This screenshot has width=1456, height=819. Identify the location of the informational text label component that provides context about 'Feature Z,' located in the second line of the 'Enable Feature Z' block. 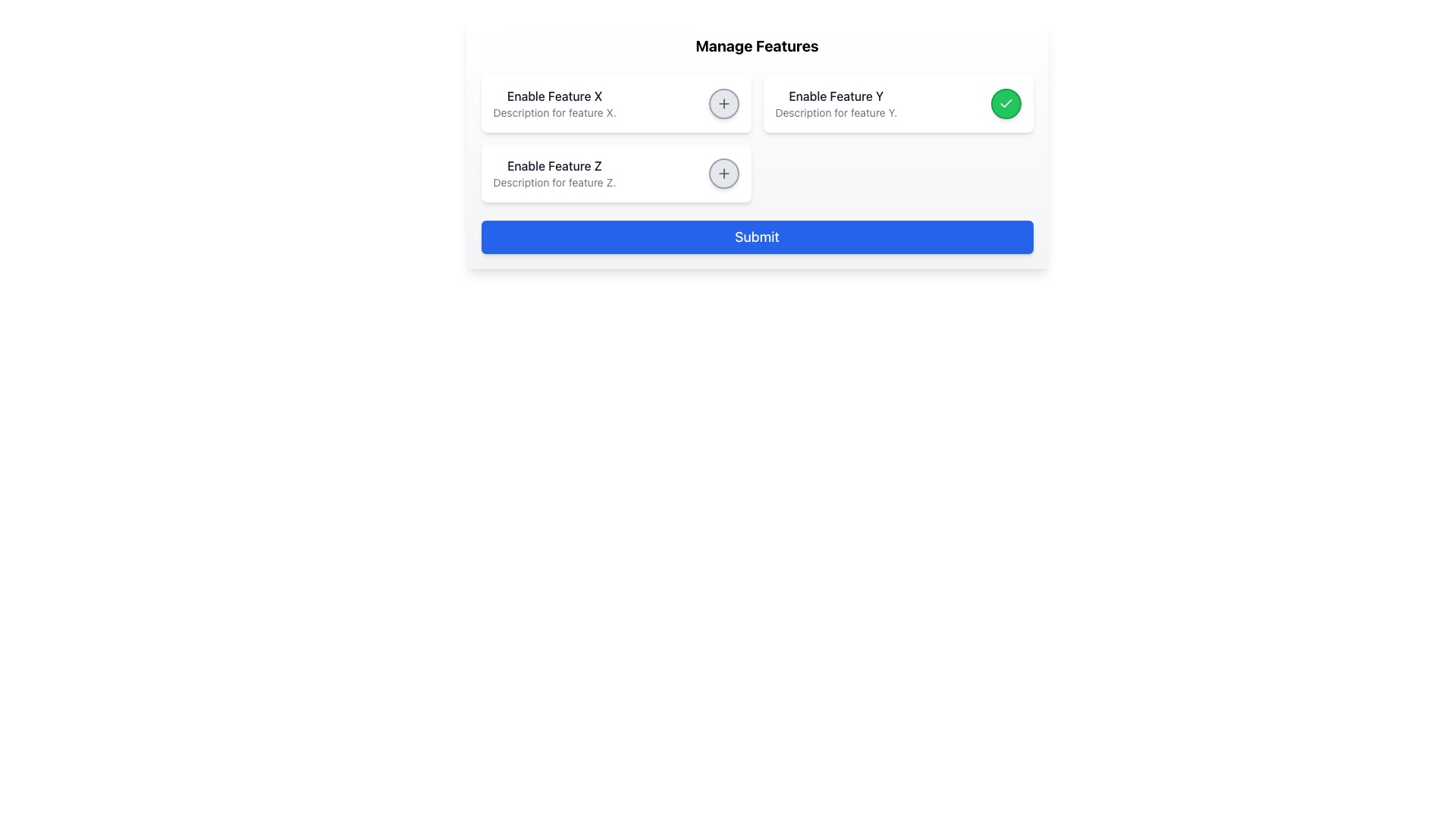
(554, 181).